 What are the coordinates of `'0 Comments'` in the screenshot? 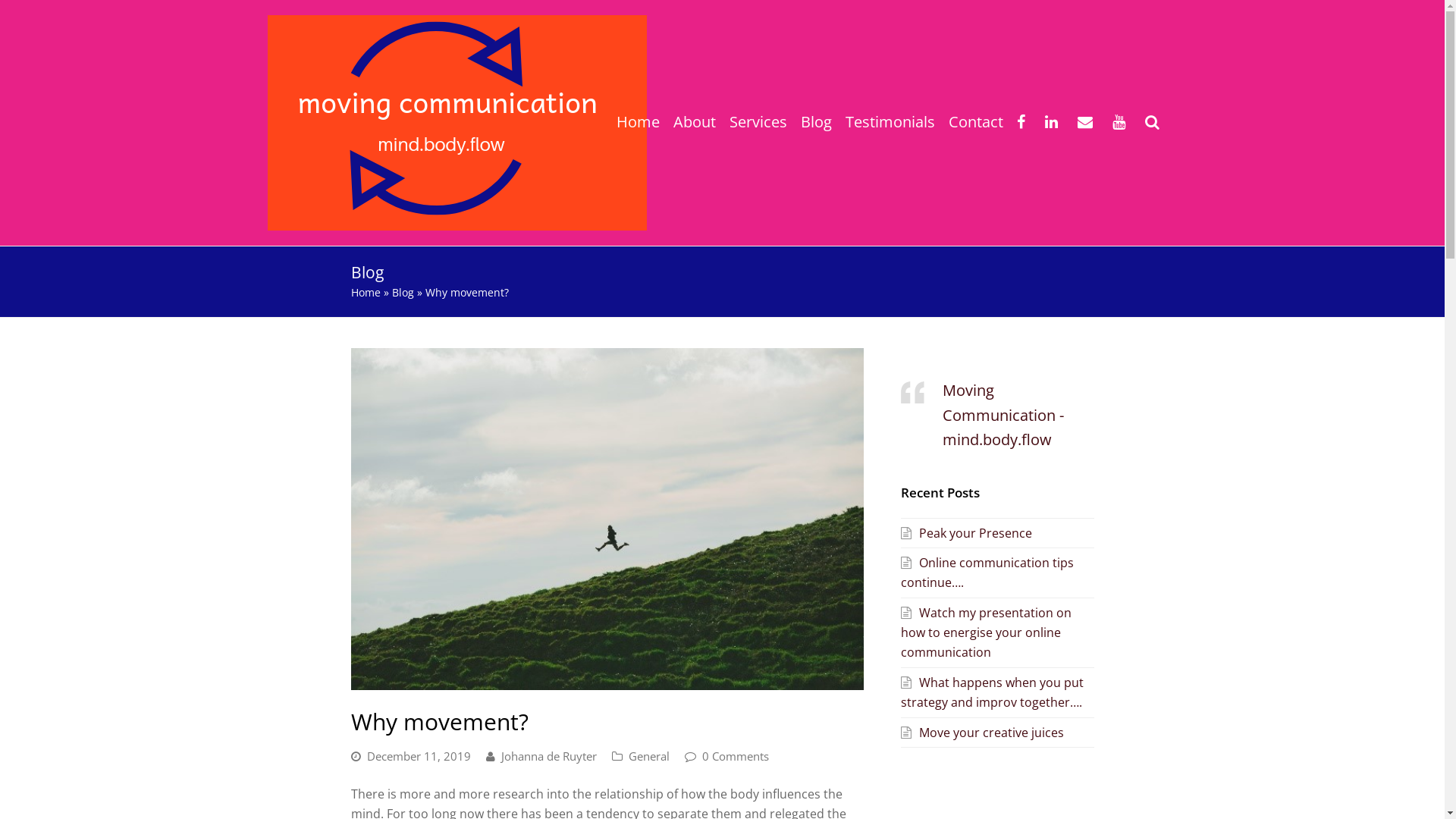 It's located at (735, 755).